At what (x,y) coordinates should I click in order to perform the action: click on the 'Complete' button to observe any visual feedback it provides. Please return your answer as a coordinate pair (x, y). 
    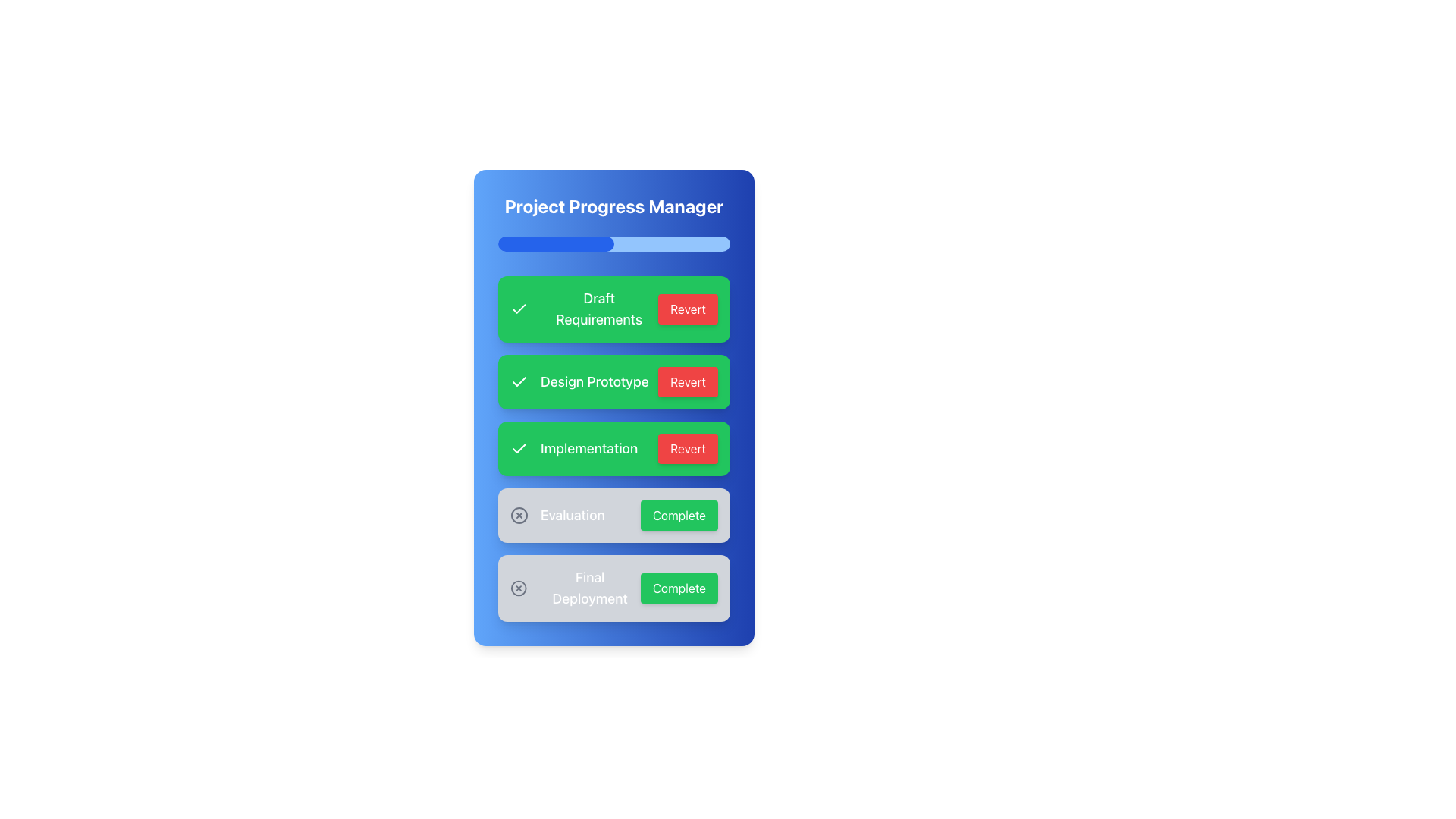
    Looking at the image, I should click on (678, 514).